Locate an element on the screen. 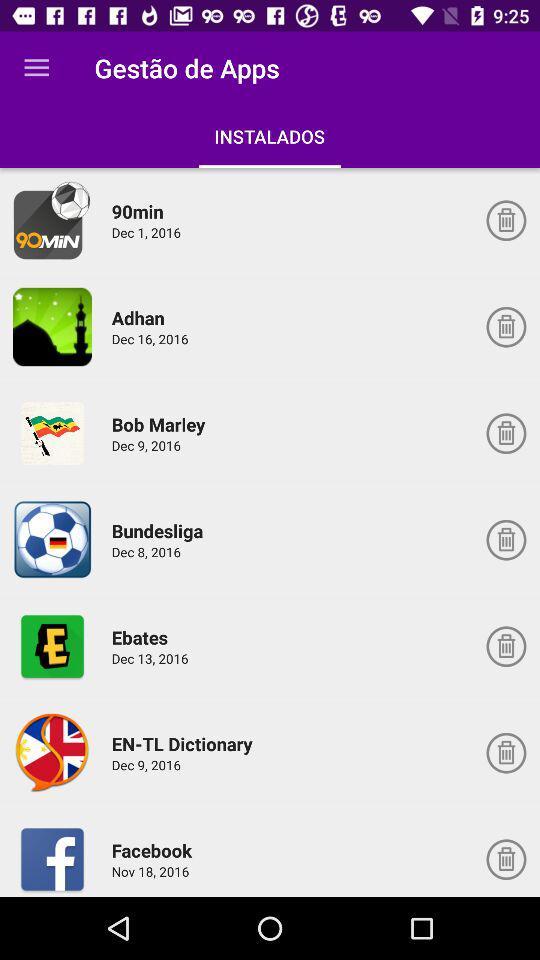 This screenshot has width=540, height=960. open application page is located at coordinates (52, 752).